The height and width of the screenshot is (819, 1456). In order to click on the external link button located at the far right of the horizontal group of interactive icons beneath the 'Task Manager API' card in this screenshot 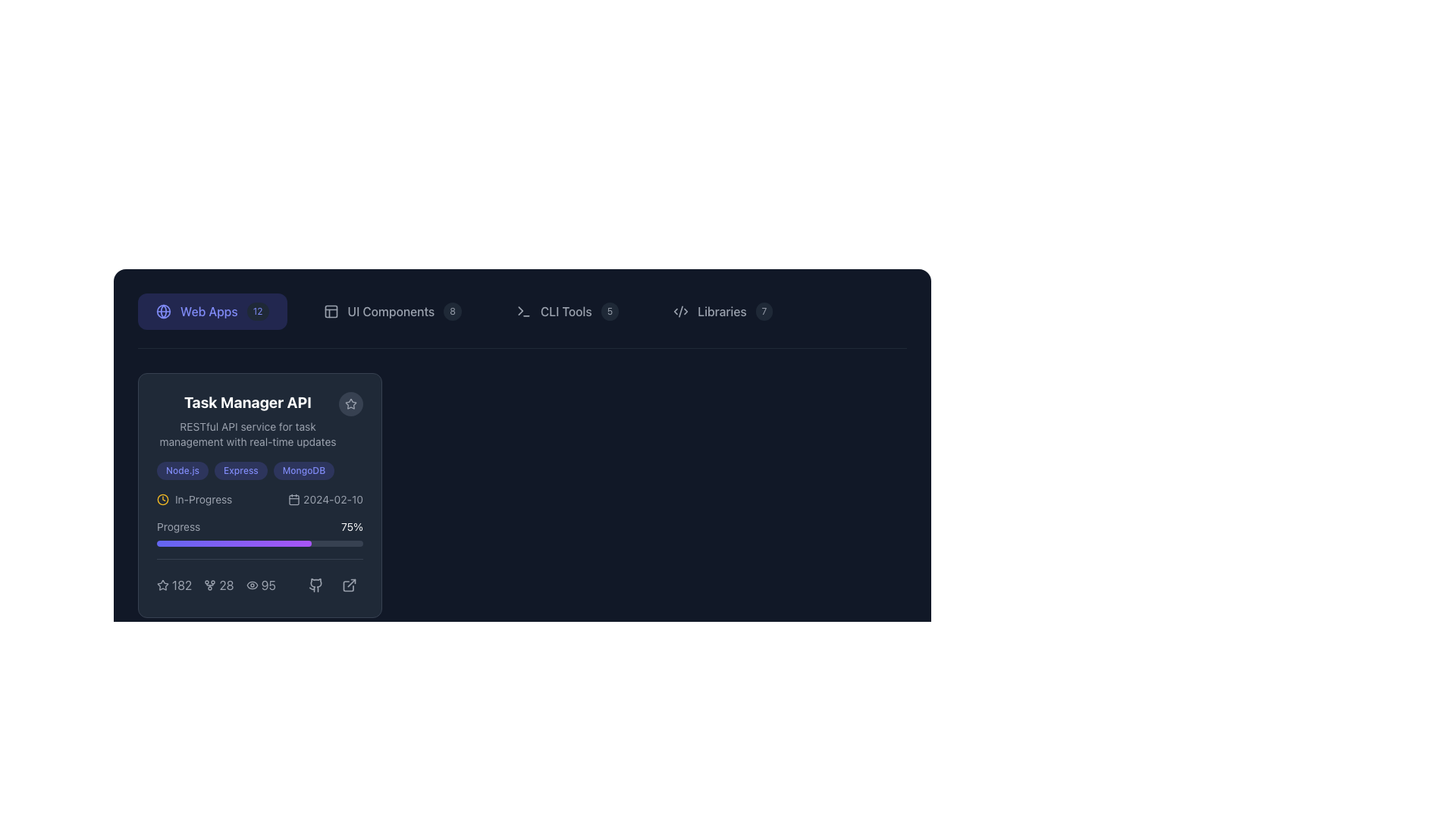, I will do `click(348, 584)`.